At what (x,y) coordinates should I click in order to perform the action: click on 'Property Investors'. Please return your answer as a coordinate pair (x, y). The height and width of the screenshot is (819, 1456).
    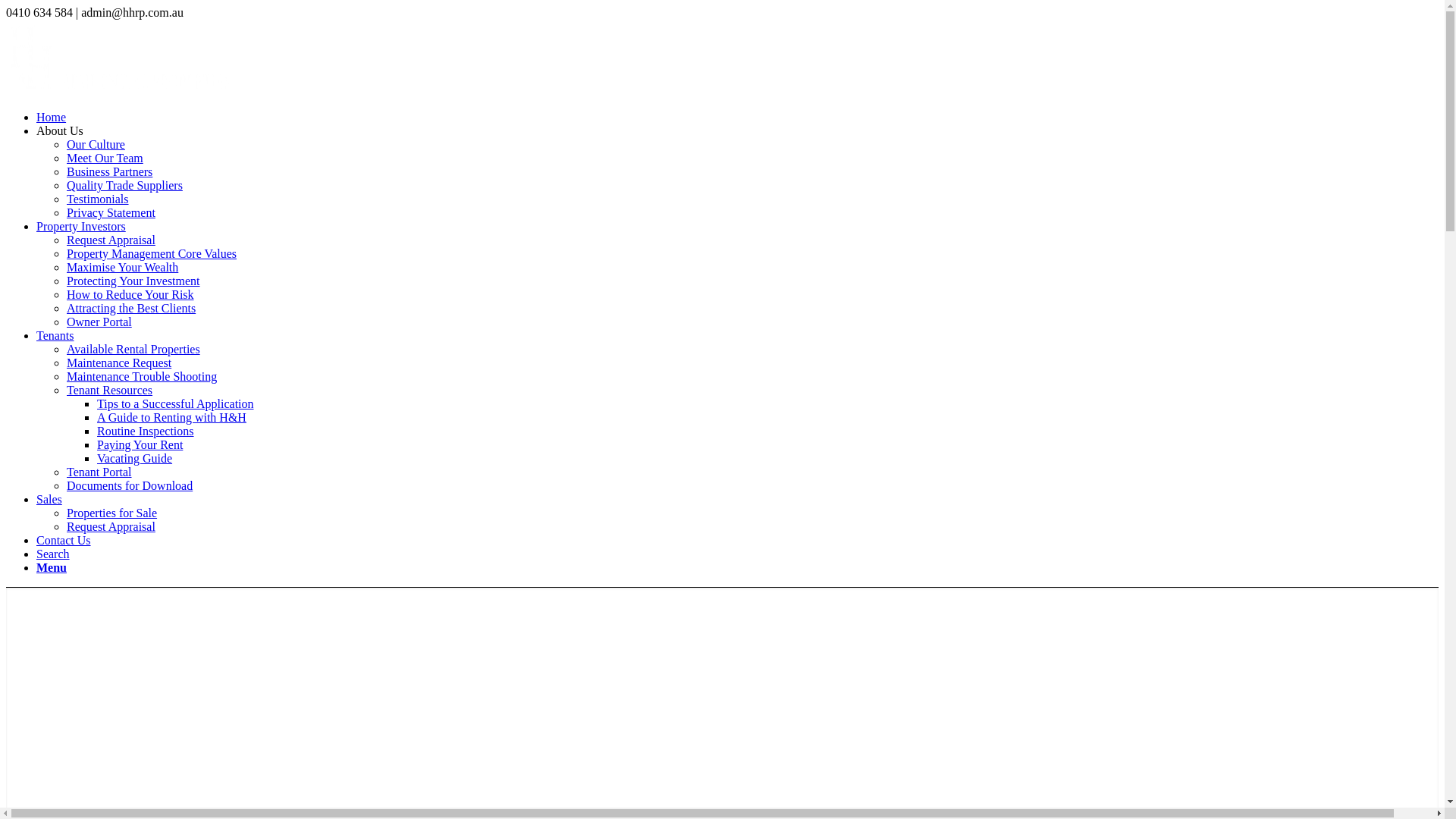
    Looking at the image, I should click on (80, 226).